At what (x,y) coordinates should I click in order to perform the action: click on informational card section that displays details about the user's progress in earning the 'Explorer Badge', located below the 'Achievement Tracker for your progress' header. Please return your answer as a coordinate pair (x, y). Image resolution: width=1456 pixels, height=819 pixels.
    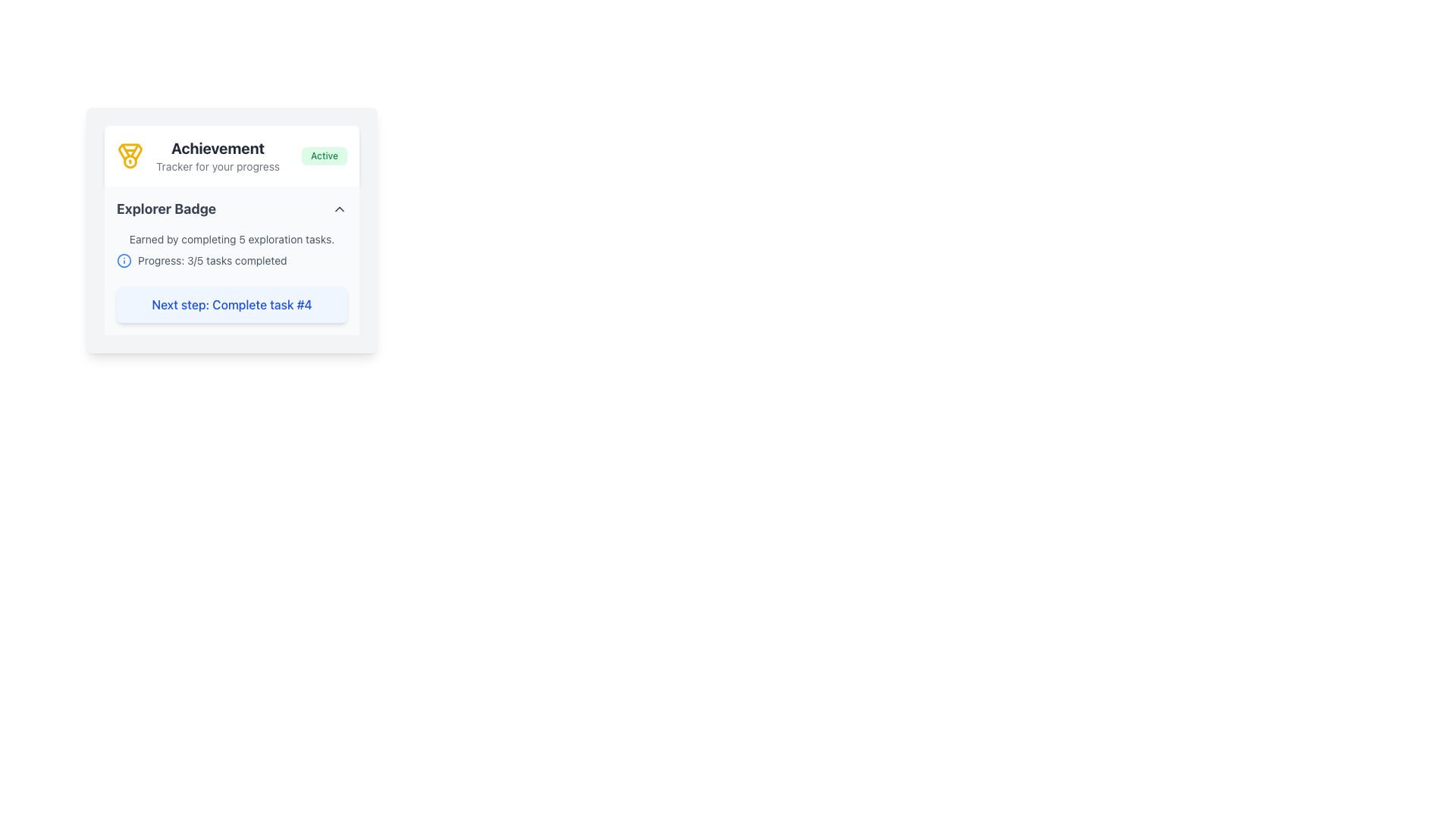
    Looking at the image, I should click on (231, 259).